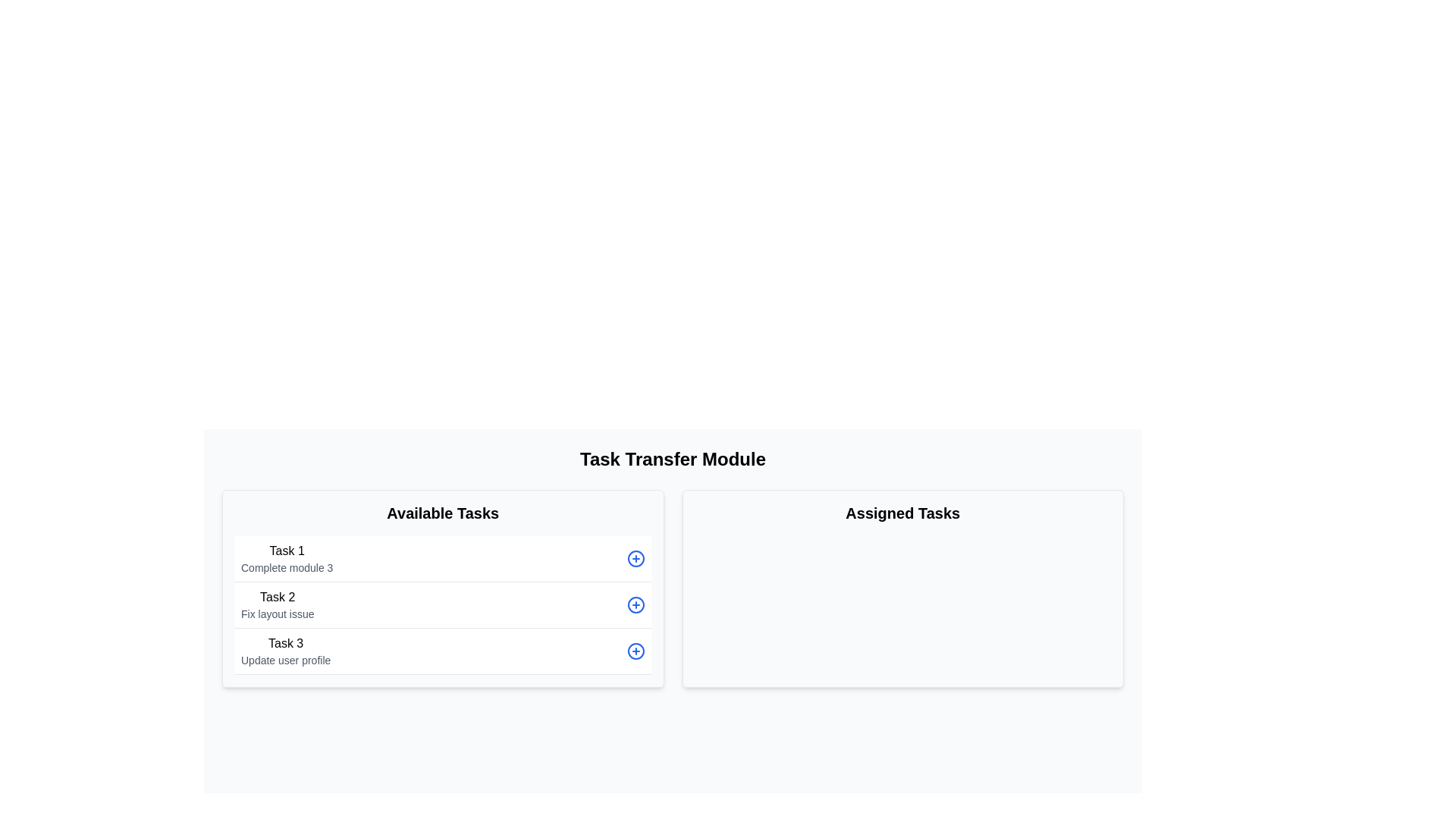 The height and width of the screenshot is (819, 1456). Describe the element at coordinates (442, 559) in the screenshot. I see `the task item titled 'Task 1' with the description 'Complete module 3'` at that location.